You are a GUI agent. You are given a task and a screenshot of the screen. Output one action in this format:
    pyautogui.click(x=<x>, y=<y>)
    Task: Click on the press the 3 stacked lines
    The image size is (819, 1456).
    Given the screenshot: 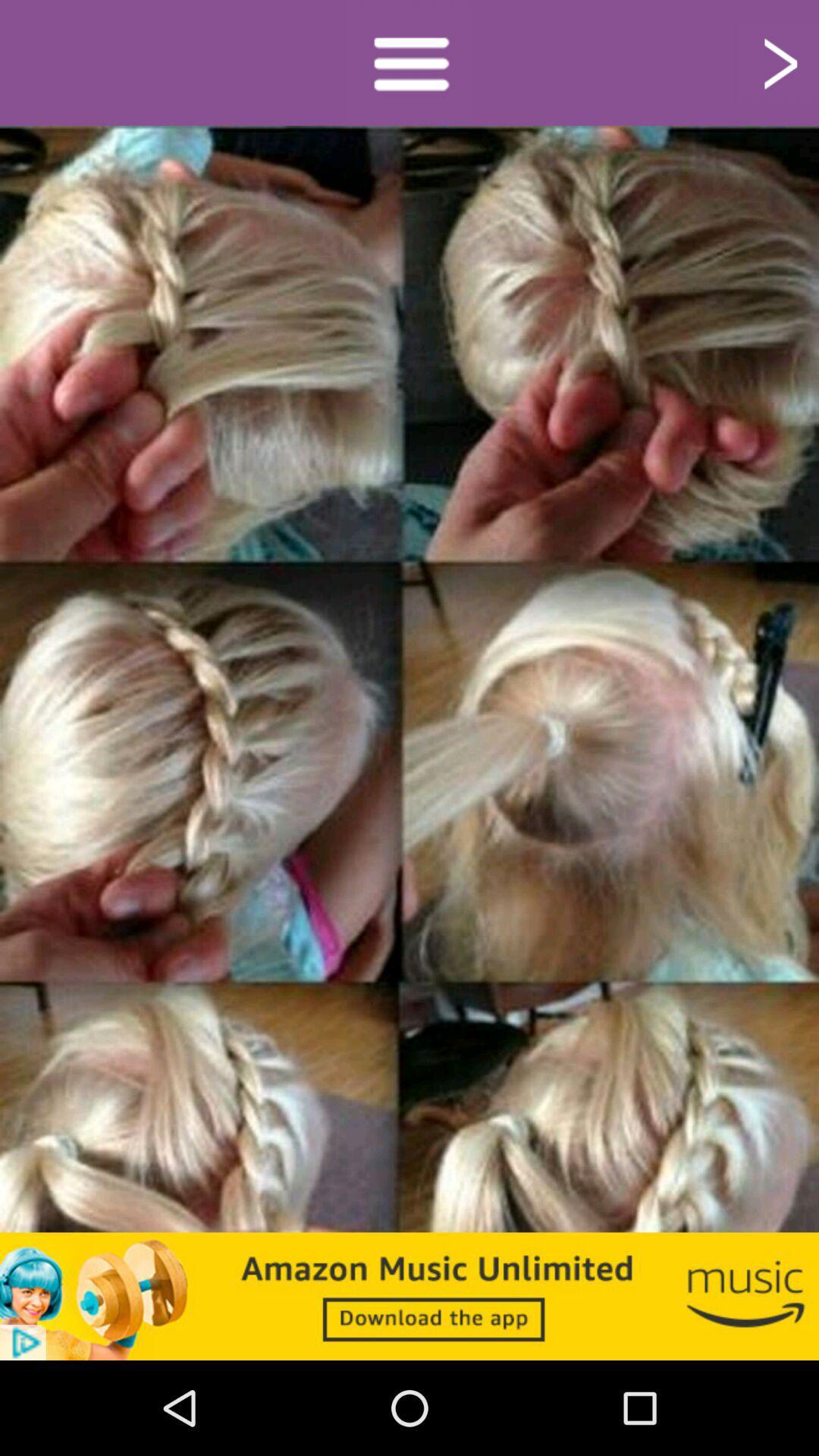 What is the action you would take?
    pyautogui.click(x=409, y=61)
    